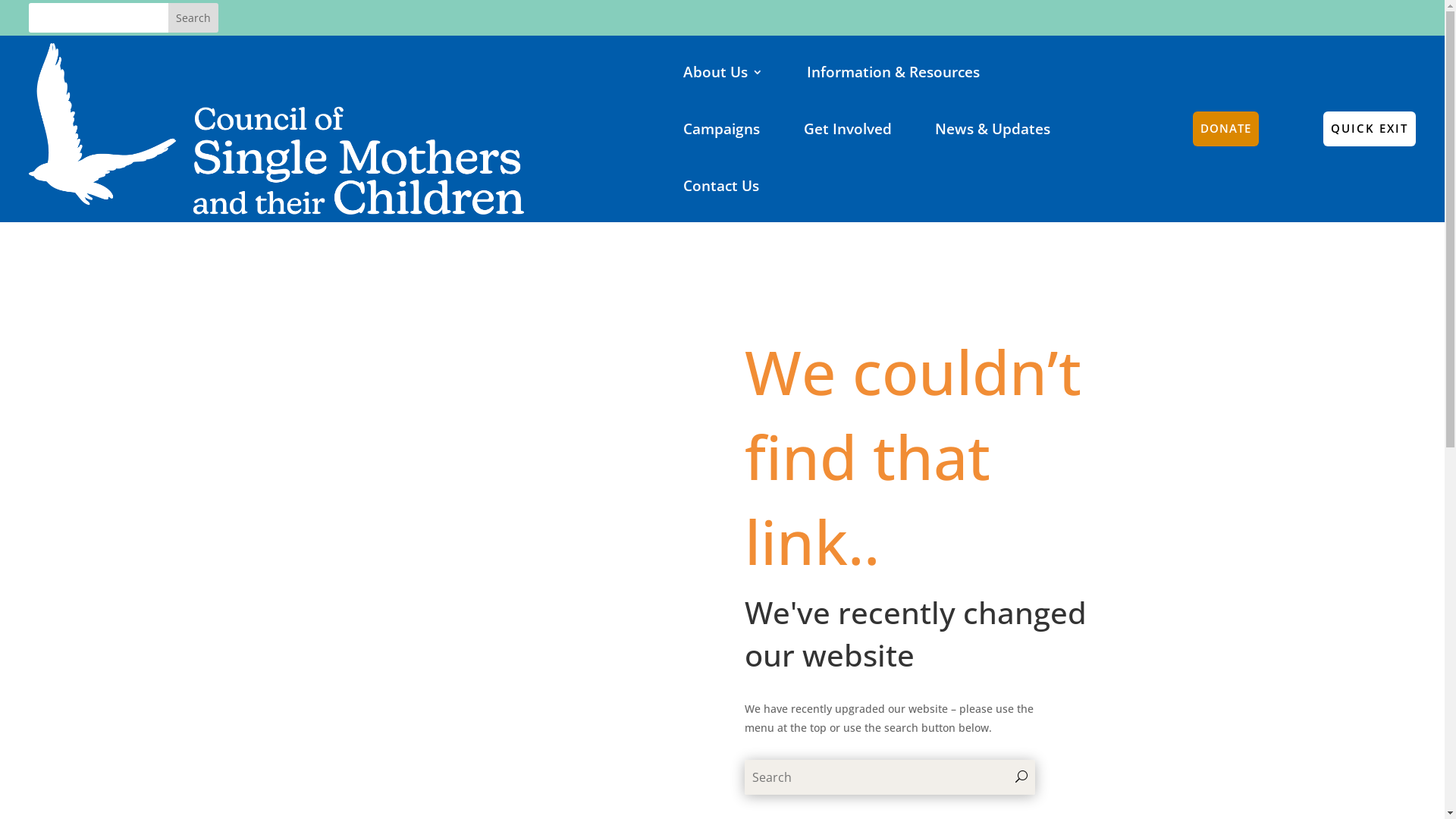 The width and height of the screenshot is (1456, 819). What do you see at coordinates (192, 17) in the screenshot?
I see `'Search'` at bounding box center [192, 17].